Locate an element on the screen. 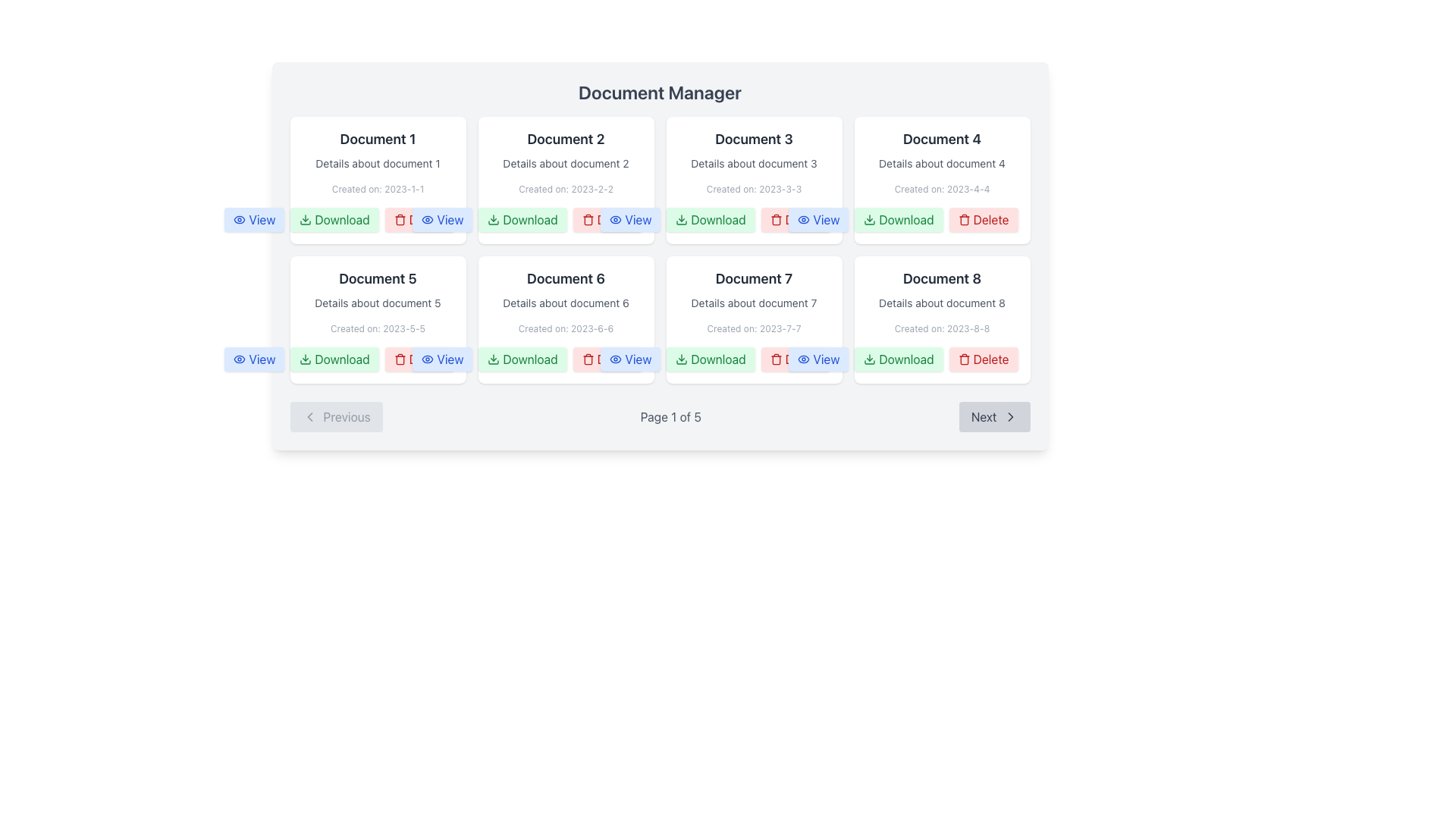 The image size is (1456, 819). the first interactive button in the grid layout for Document 5 is located at coordinates (441, 359).